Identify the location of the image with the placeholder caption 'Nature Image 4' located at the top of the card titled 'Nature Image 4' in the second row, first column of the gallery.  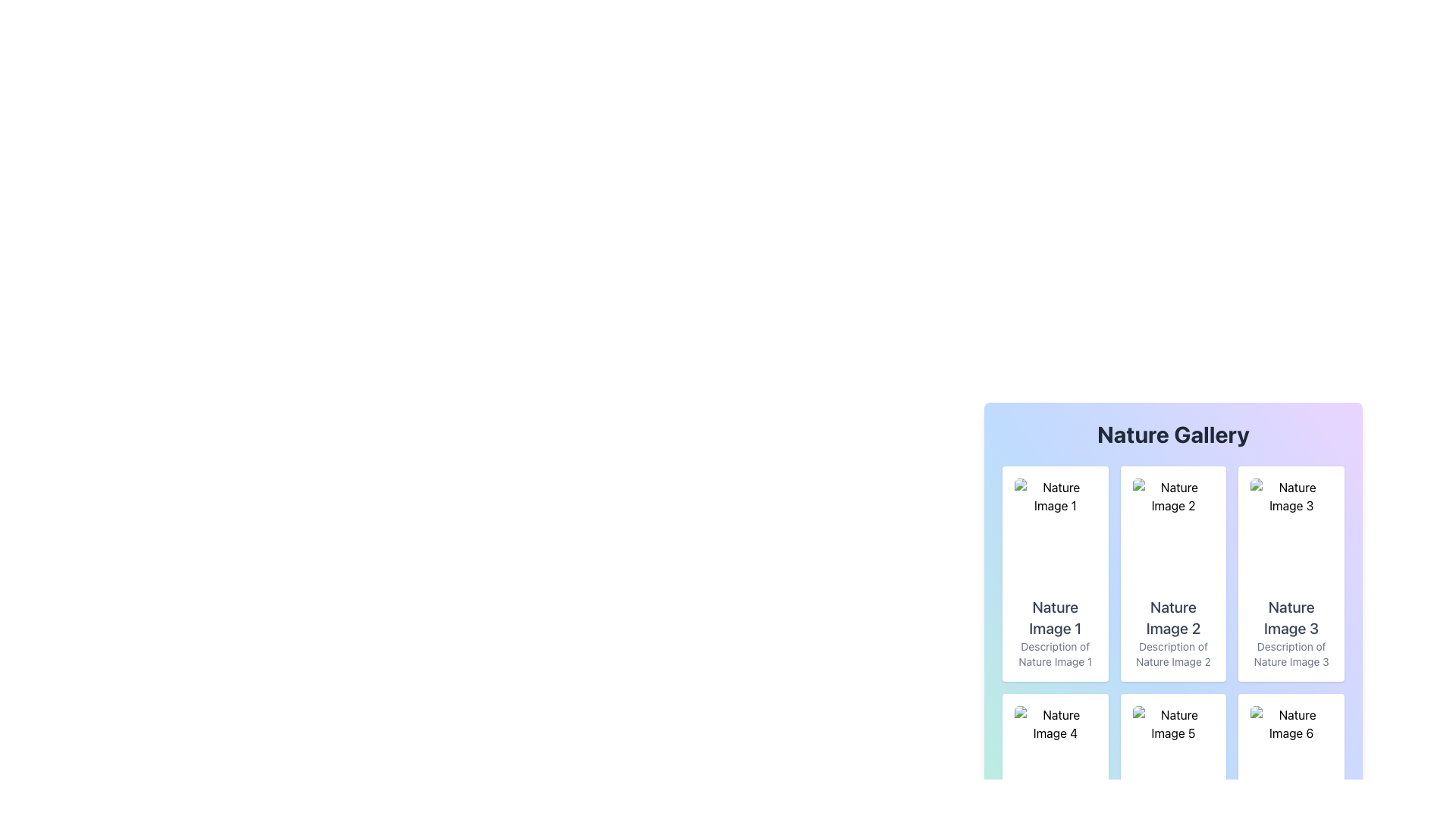
(1054, 760).